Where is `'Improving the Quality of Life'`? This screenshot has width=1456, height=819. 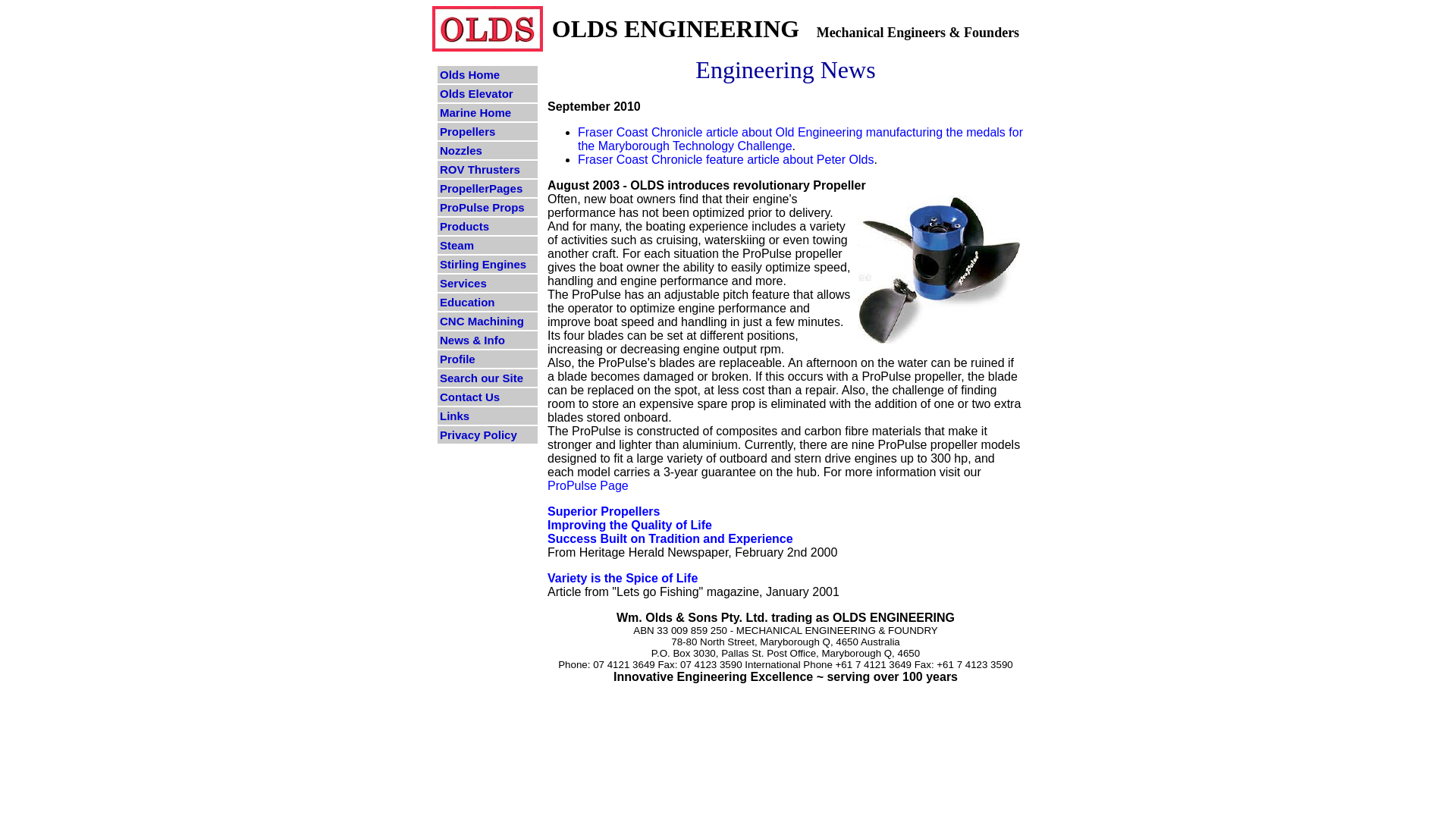 'Improving the Quality of Life' is located at coordinates (629, 531).